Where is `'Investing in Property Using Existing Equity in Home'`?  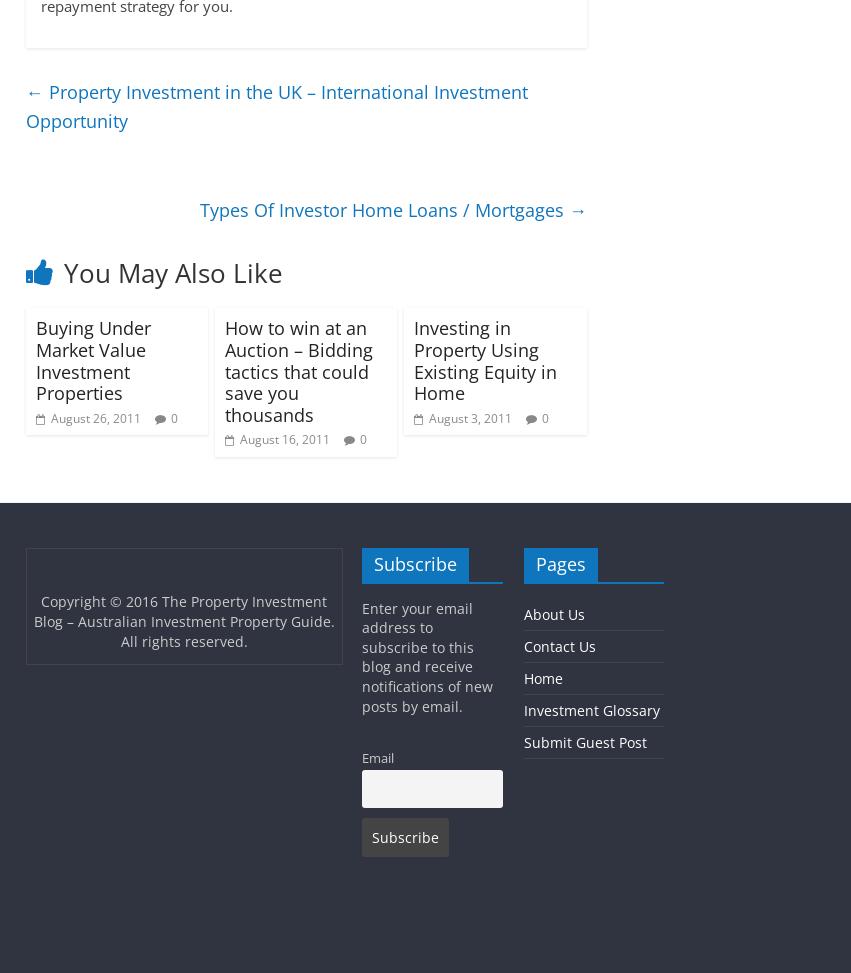 'Investing in Property Using Existing Equity in Home' is located at coordinates (484, 359).